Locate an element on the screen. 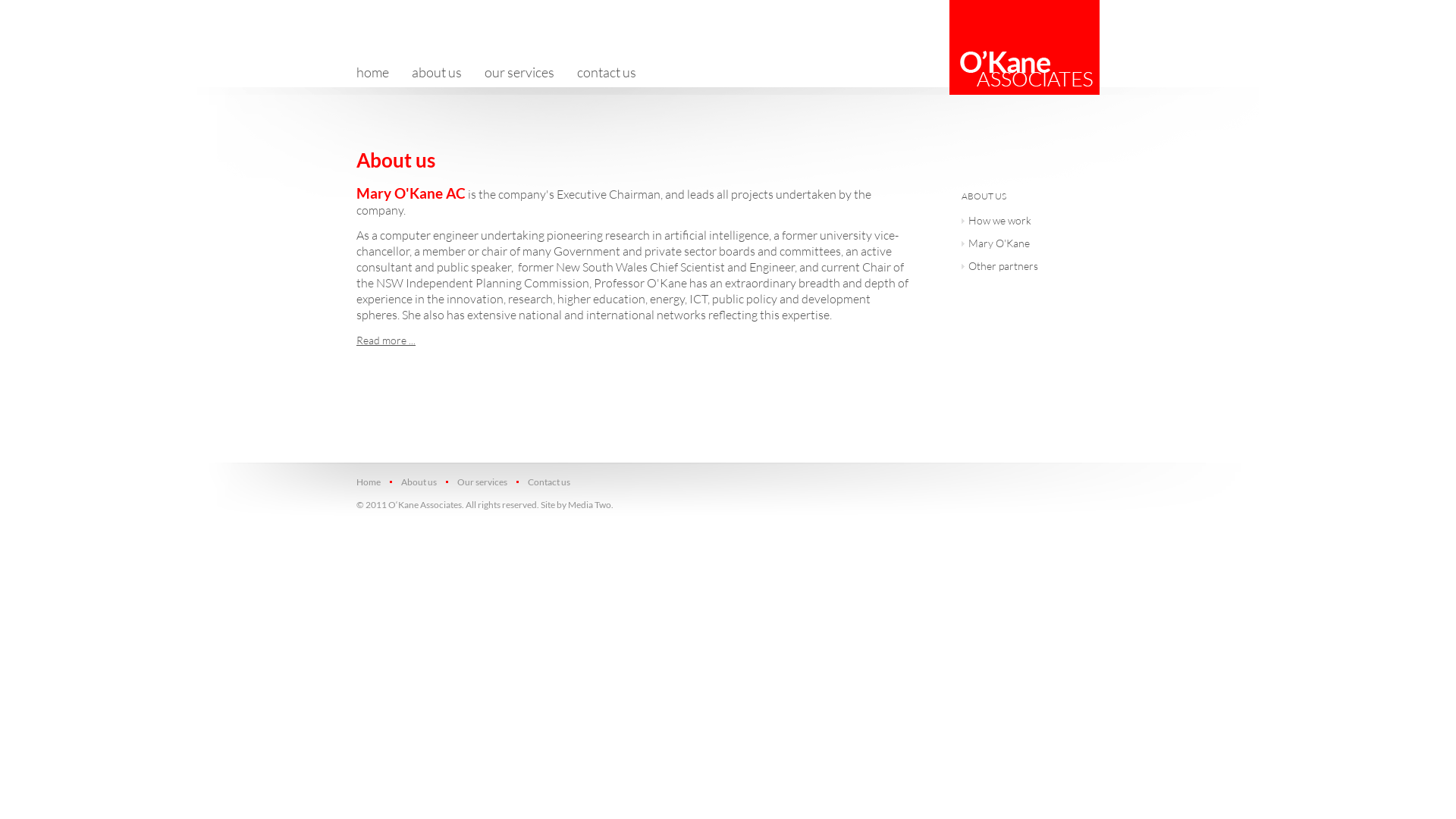  'about us' is located at coordinates (436, 72).